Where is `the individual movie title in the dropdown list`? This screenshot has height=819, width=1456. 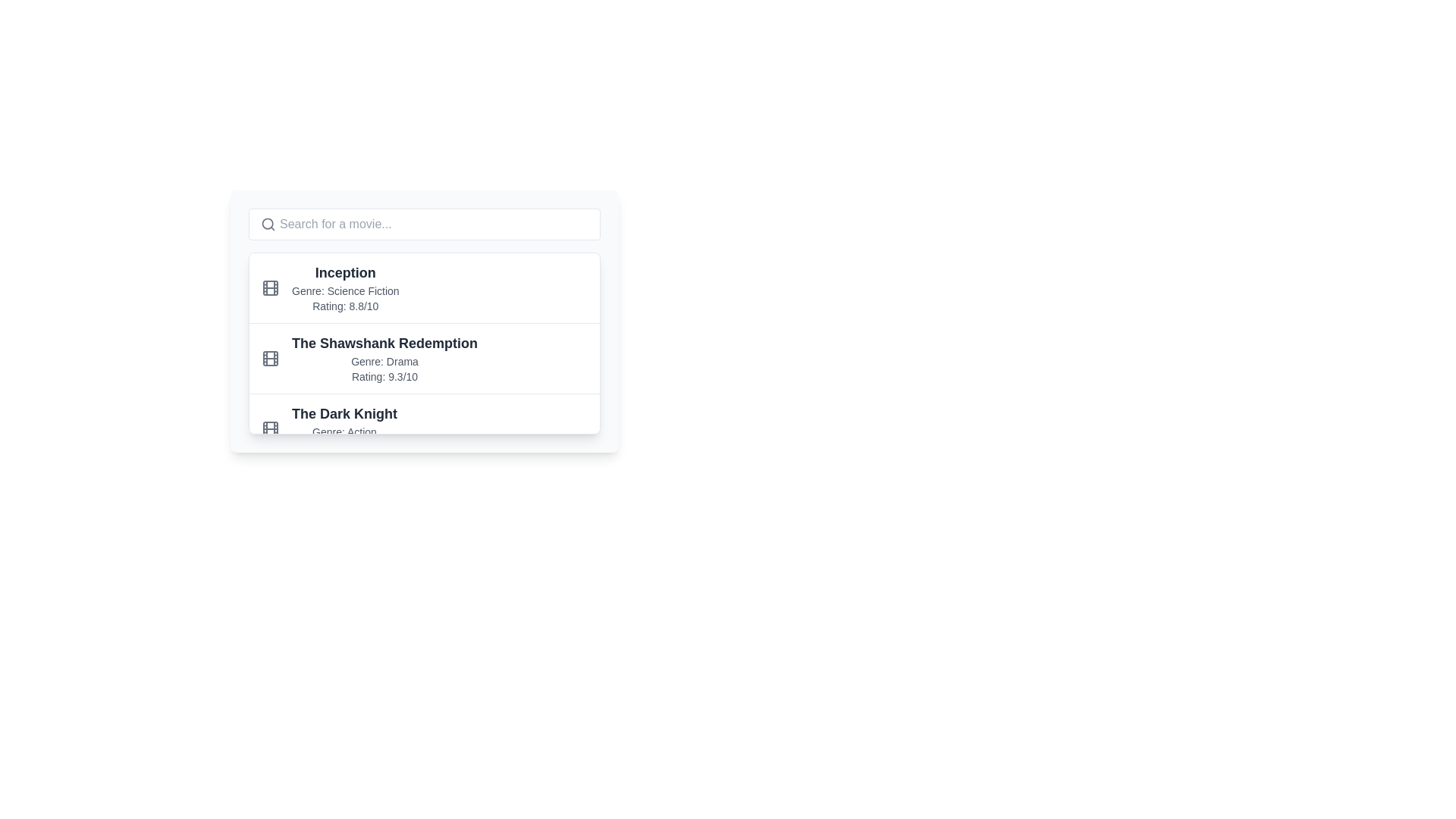
the individual movie title in the dropdown list is located at coordinates (425, 343).